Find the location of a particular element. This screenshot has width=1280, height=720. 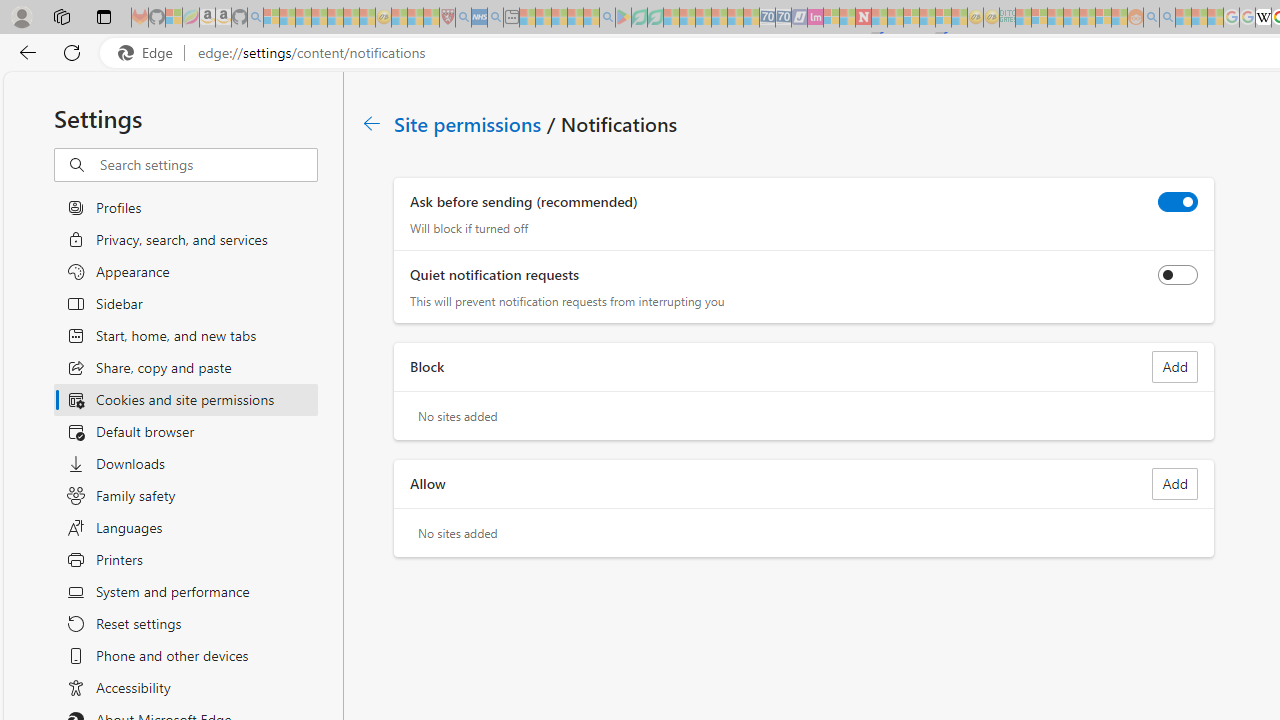

'Trusted Community Engagement and Contributions | Guidelines' is located at coordinates (879, 17).